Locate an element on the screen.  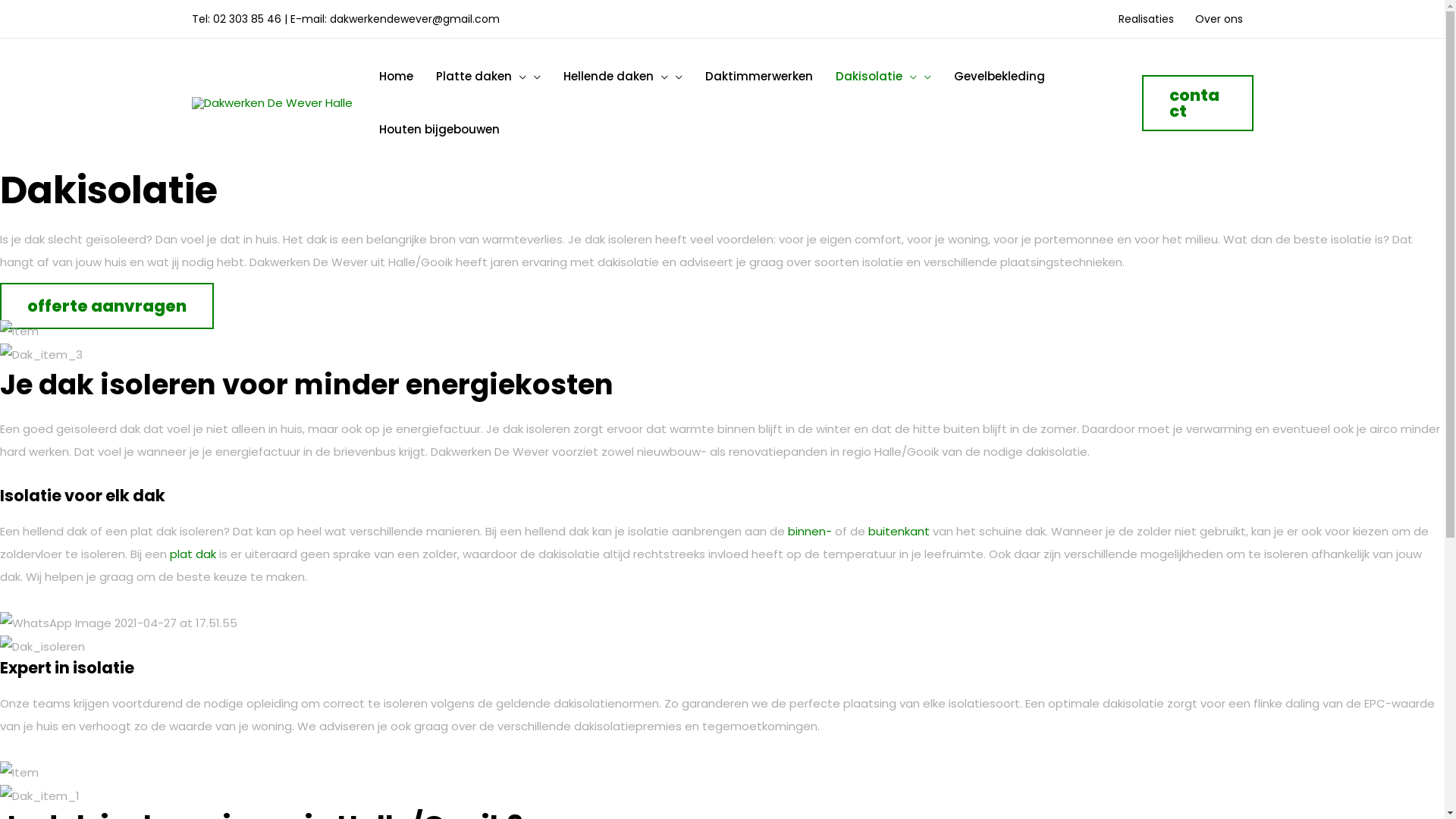
'plat dak' is located at coordinates (192, 554).